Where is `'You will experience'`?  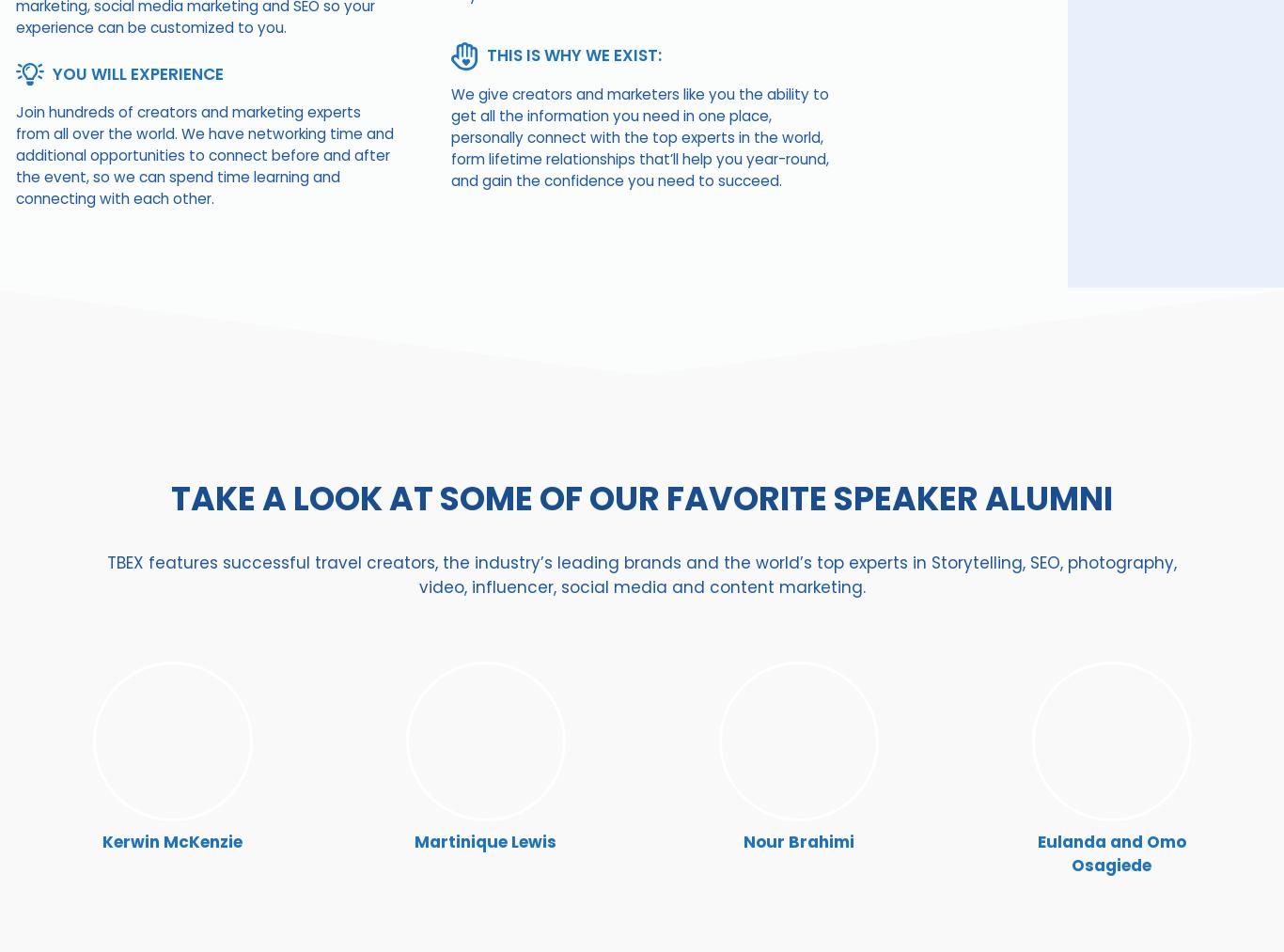
'You will experience' is located at coordinates (136, 72).